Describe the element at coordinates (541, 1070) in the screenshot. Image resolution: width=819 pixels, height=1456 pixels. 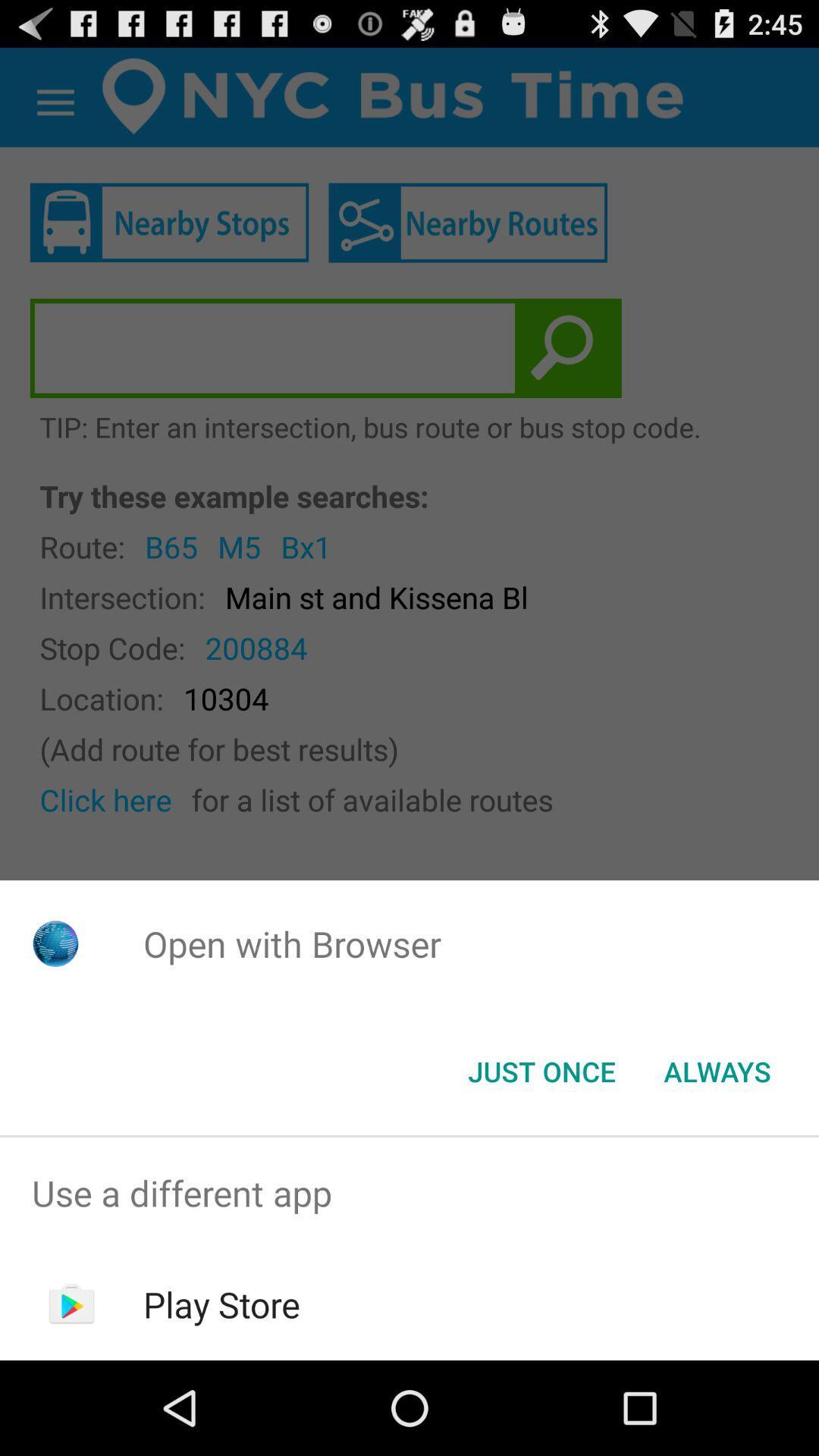
I see `icon next to the always icon` at that location.